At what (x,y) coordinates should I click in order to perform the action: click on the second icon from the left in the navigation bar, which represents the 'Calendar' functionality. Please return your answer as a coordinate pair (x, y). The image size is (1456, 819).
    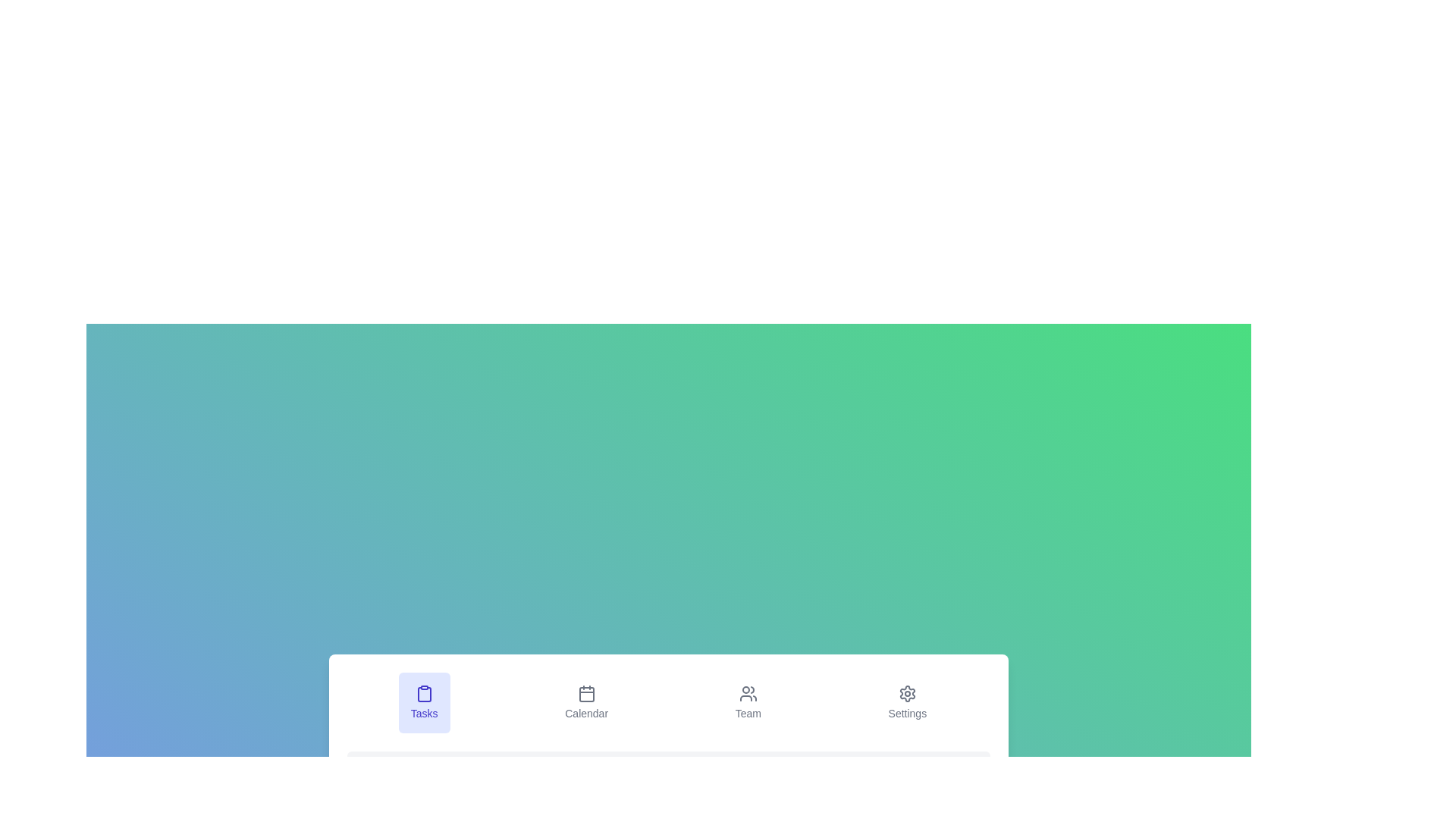
    Looking at the image, I should click on (585, 694).